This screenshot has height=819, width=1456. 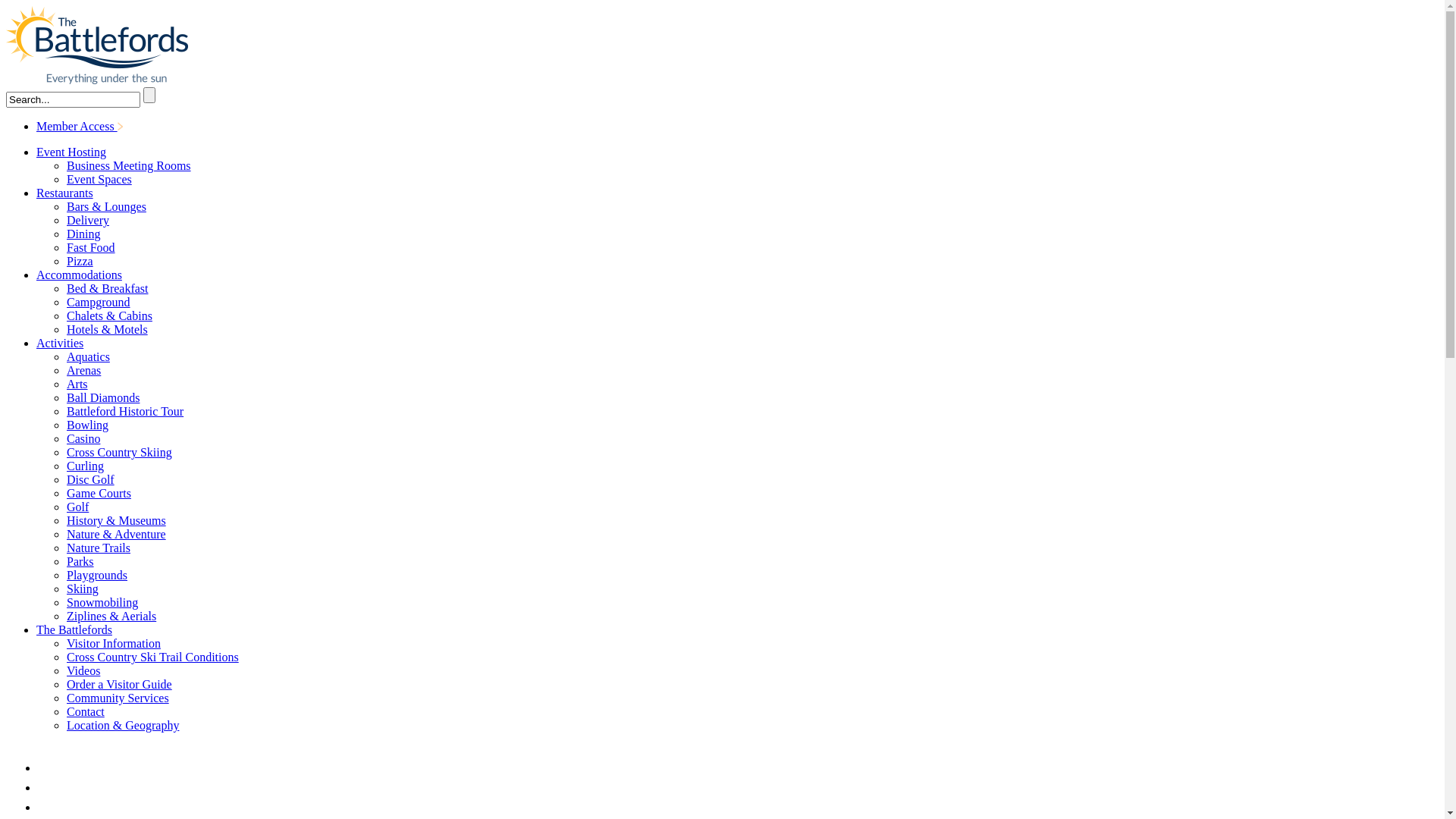 I want to click on 'Business Meeting Rooms', so click(x=65, y=165).